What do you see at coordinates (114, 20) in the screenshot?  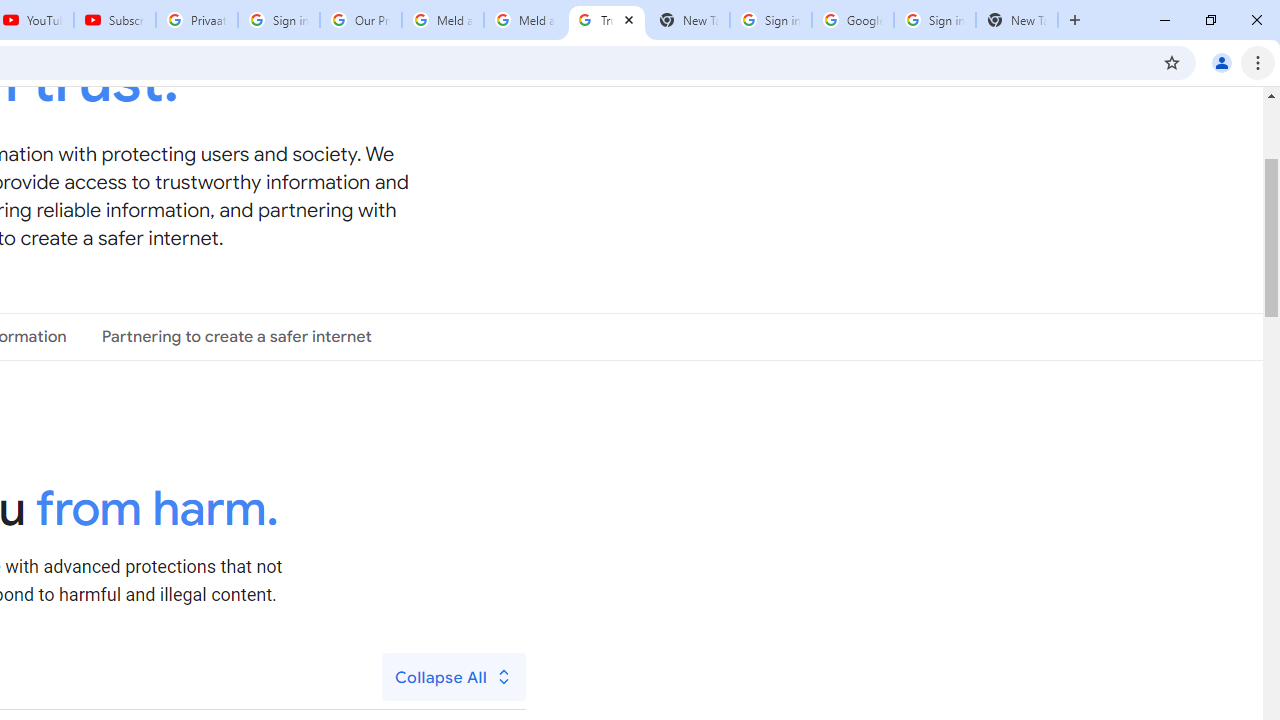 I see `'Subscriptions - YouTube'` at bounding box center [114, 20].